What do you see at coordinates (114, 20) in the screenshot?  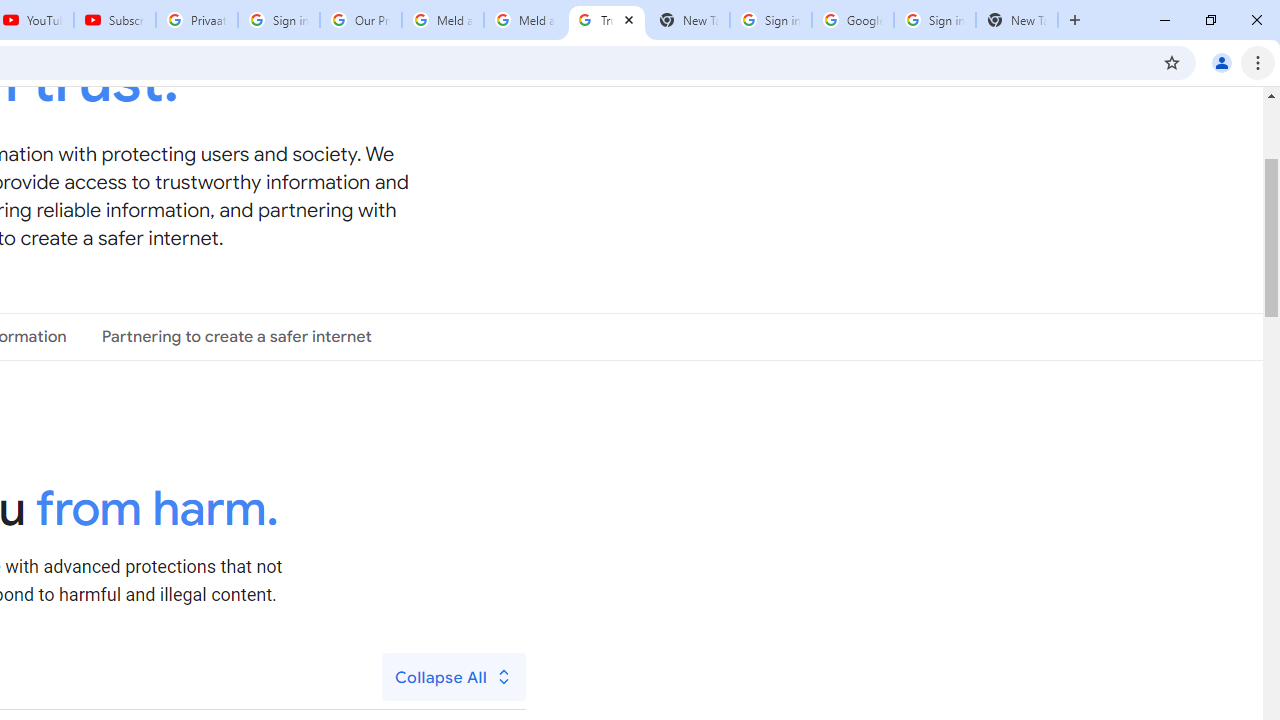 I see `'Subscriptions - YouTube'` at bounding box center [114, 20].